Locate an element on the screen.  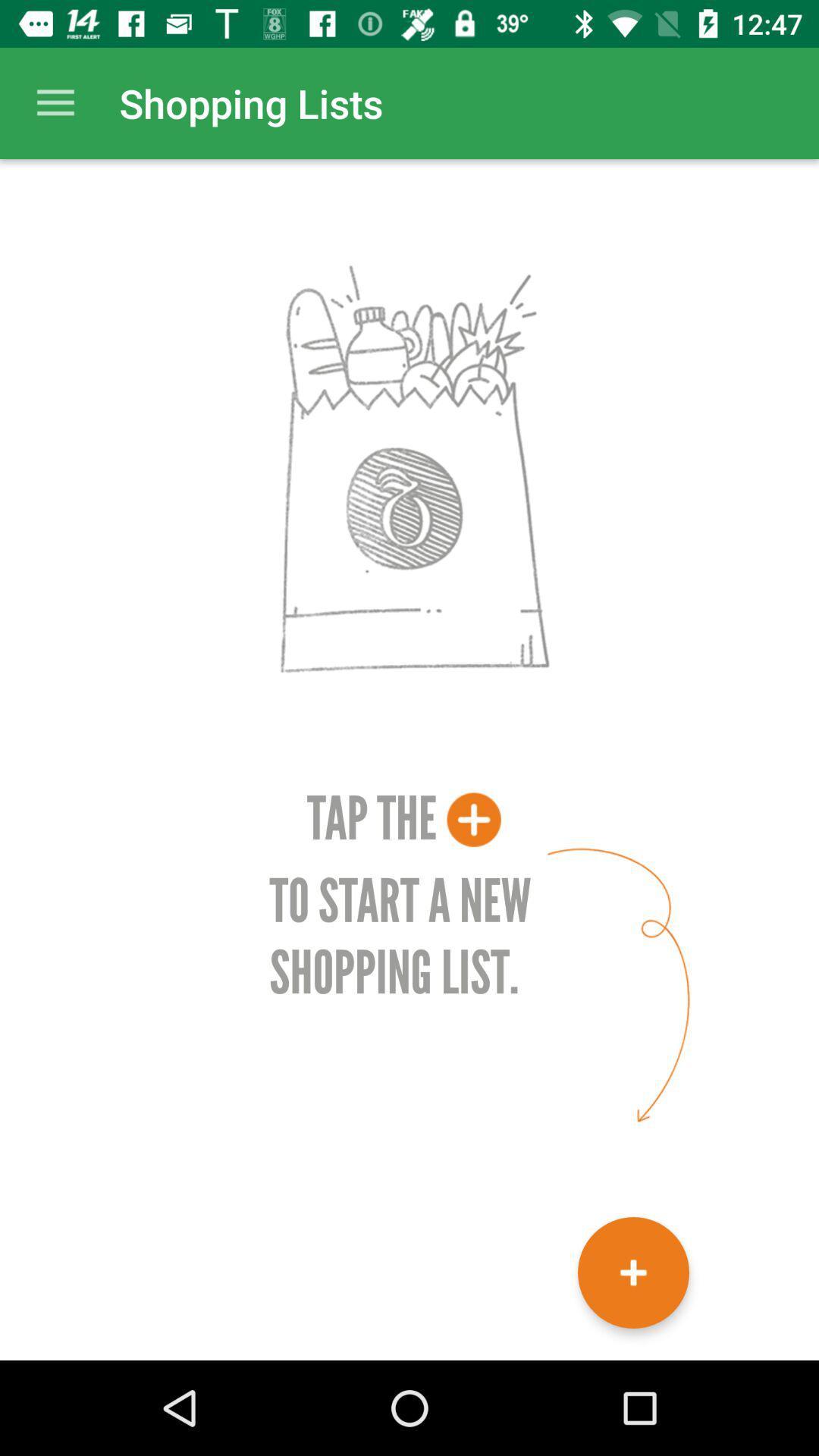
start a new shopping list is located at coordinates (633, 1272).